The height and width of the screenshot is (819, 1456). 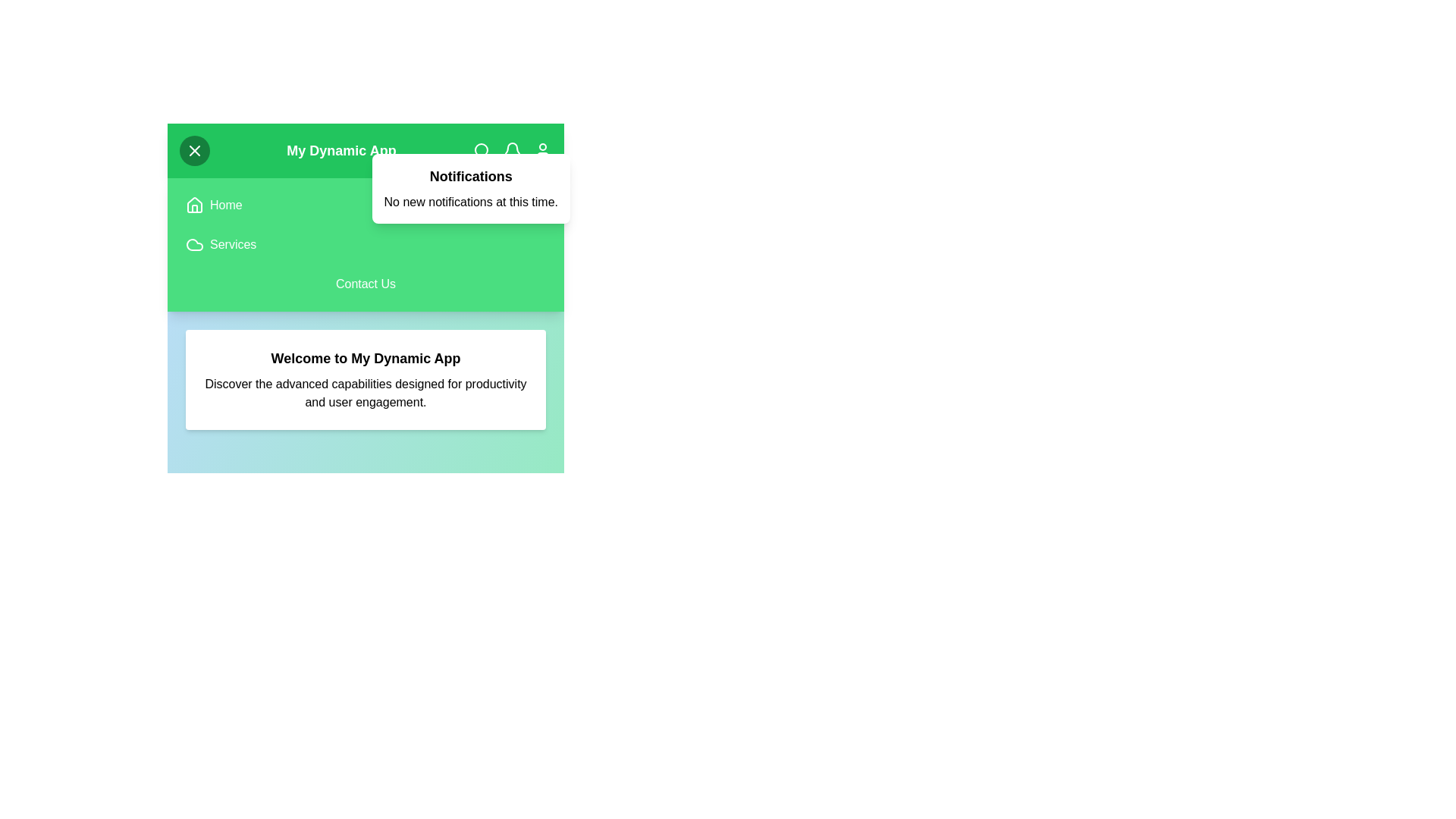 What do you see at coordinates (225, 205) in the screenshot?
I see `the navigation button Home to navigate to the corresponding section` at bounding box center [225, 205].